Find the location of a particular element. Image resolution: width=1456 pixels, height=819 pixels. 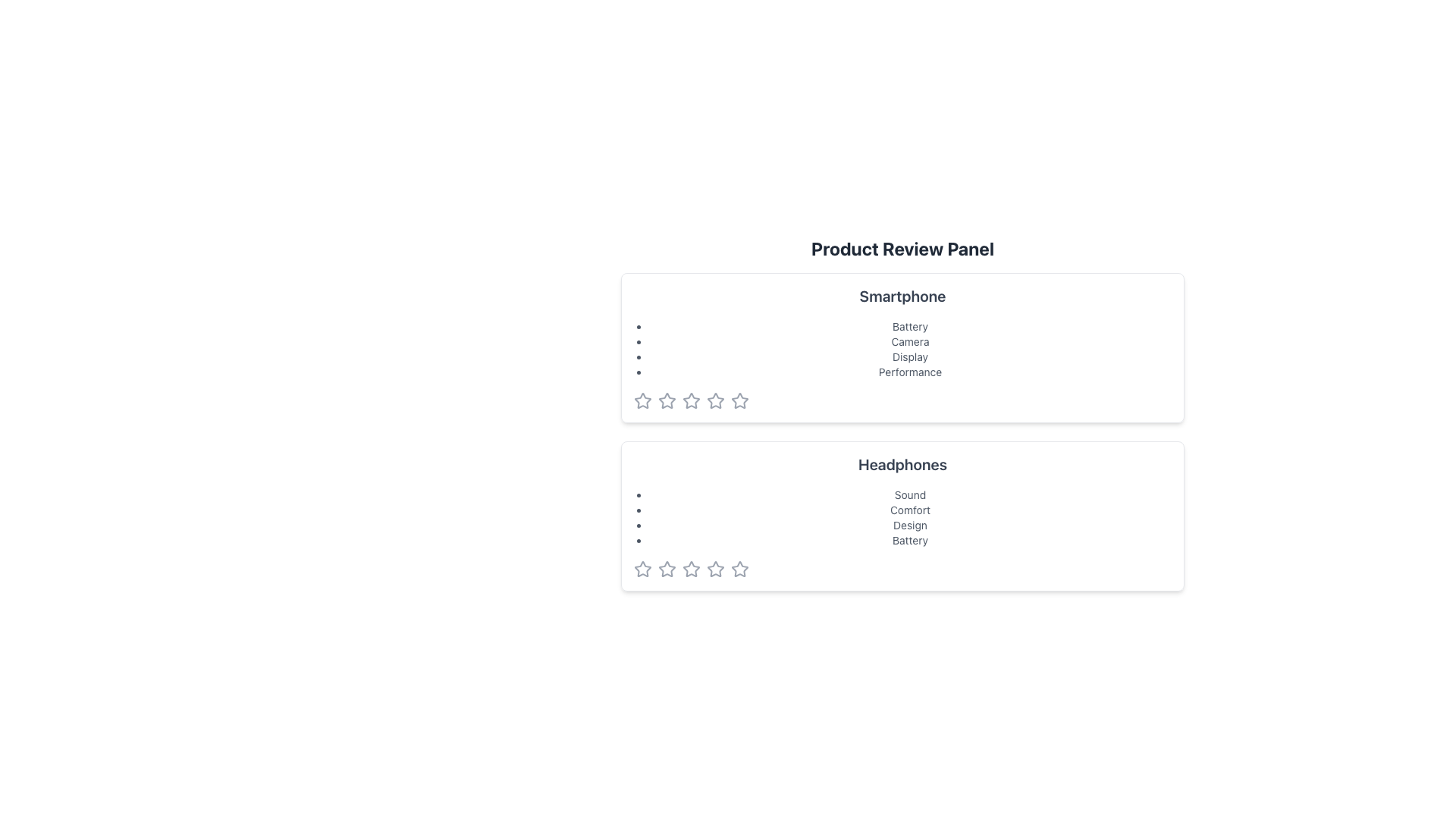

the third star icon in the rating system of the 'Headphones' section to trigger visual feedback is located at coordinates (715, 569).